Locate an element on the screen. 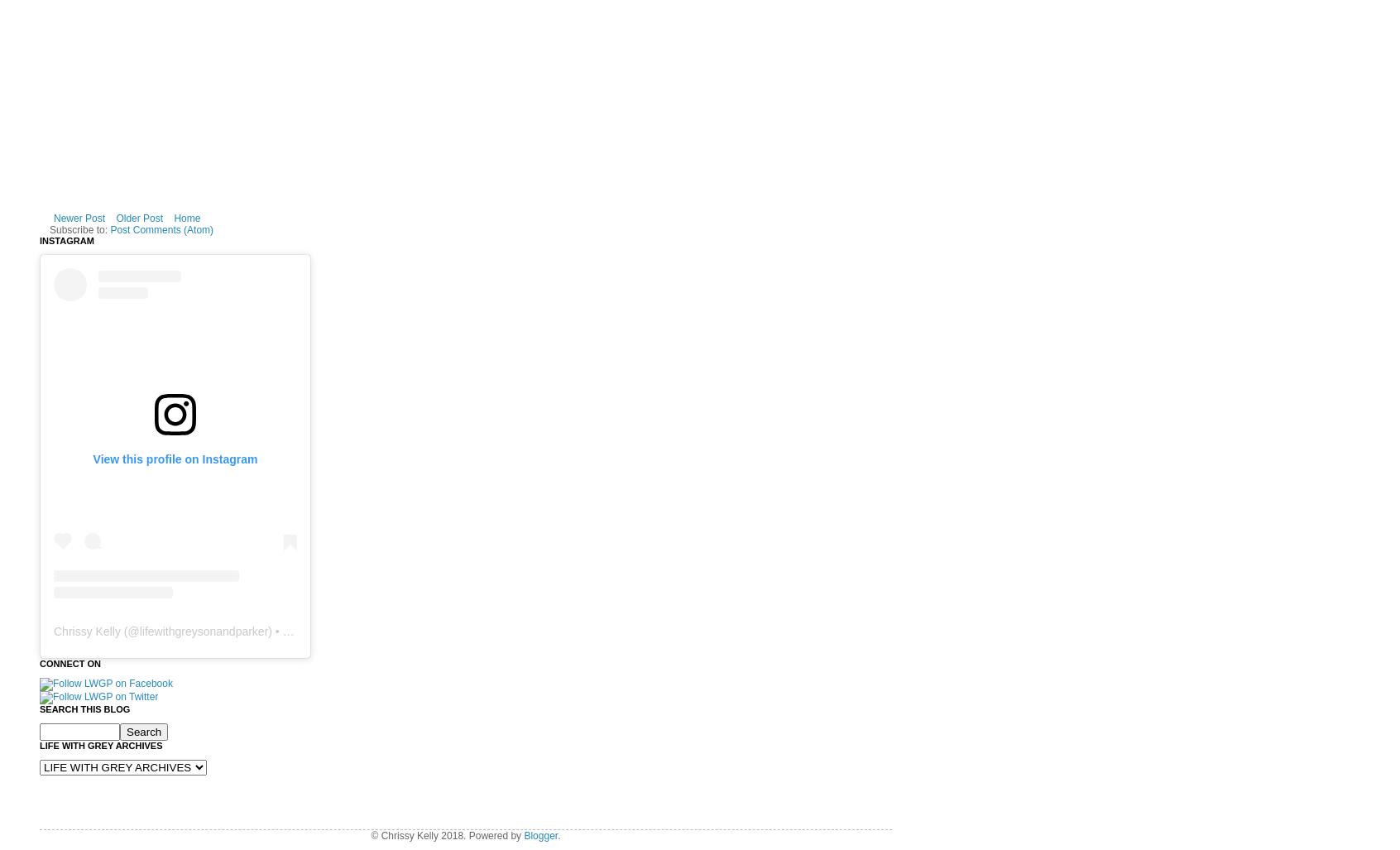  'View this profile on Instagram' is located at coordinates (174, 457).